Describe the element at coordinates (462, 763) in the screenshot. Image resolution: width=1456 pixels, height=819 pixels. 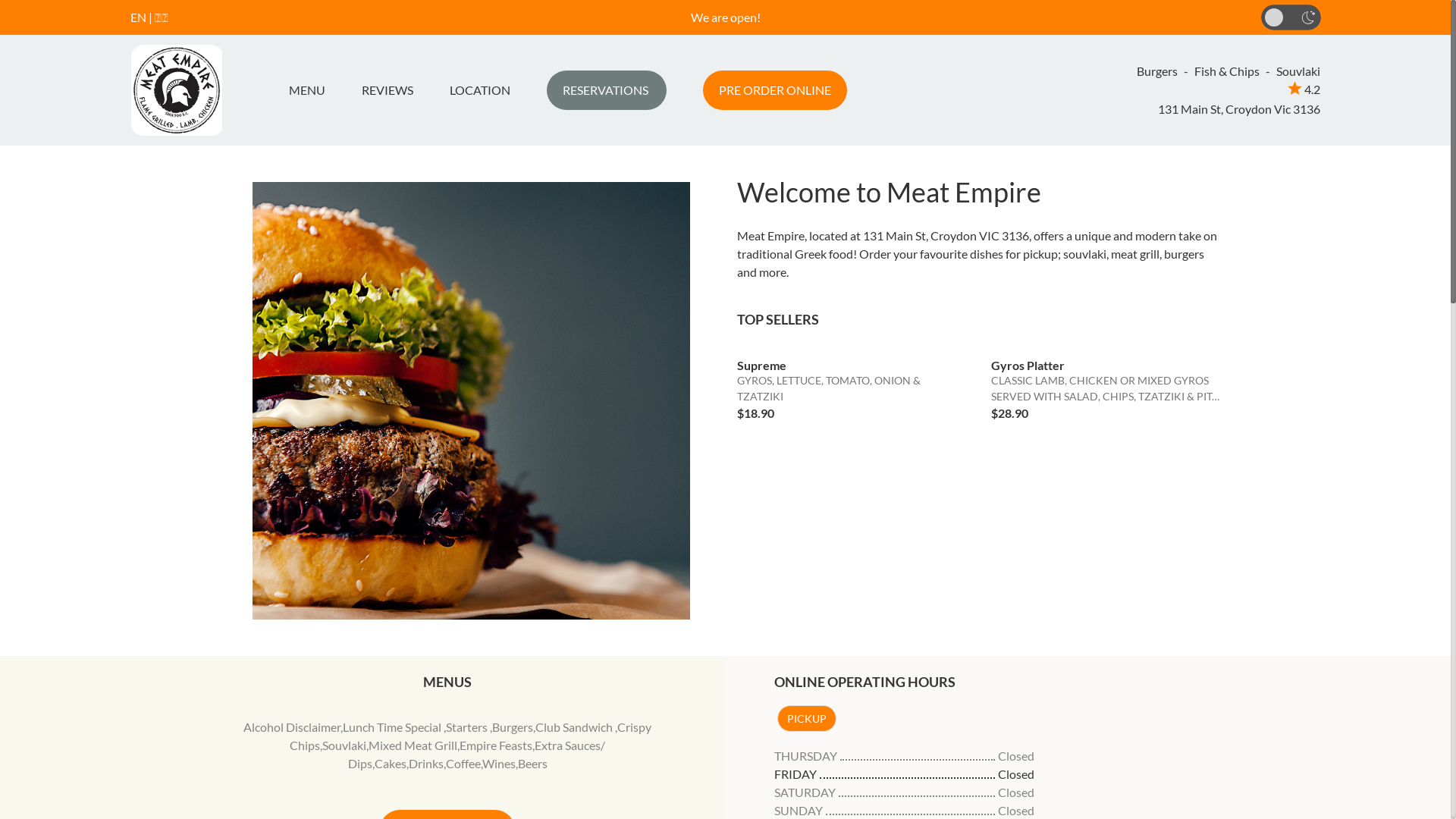
I see `'Coffee'` at that location.